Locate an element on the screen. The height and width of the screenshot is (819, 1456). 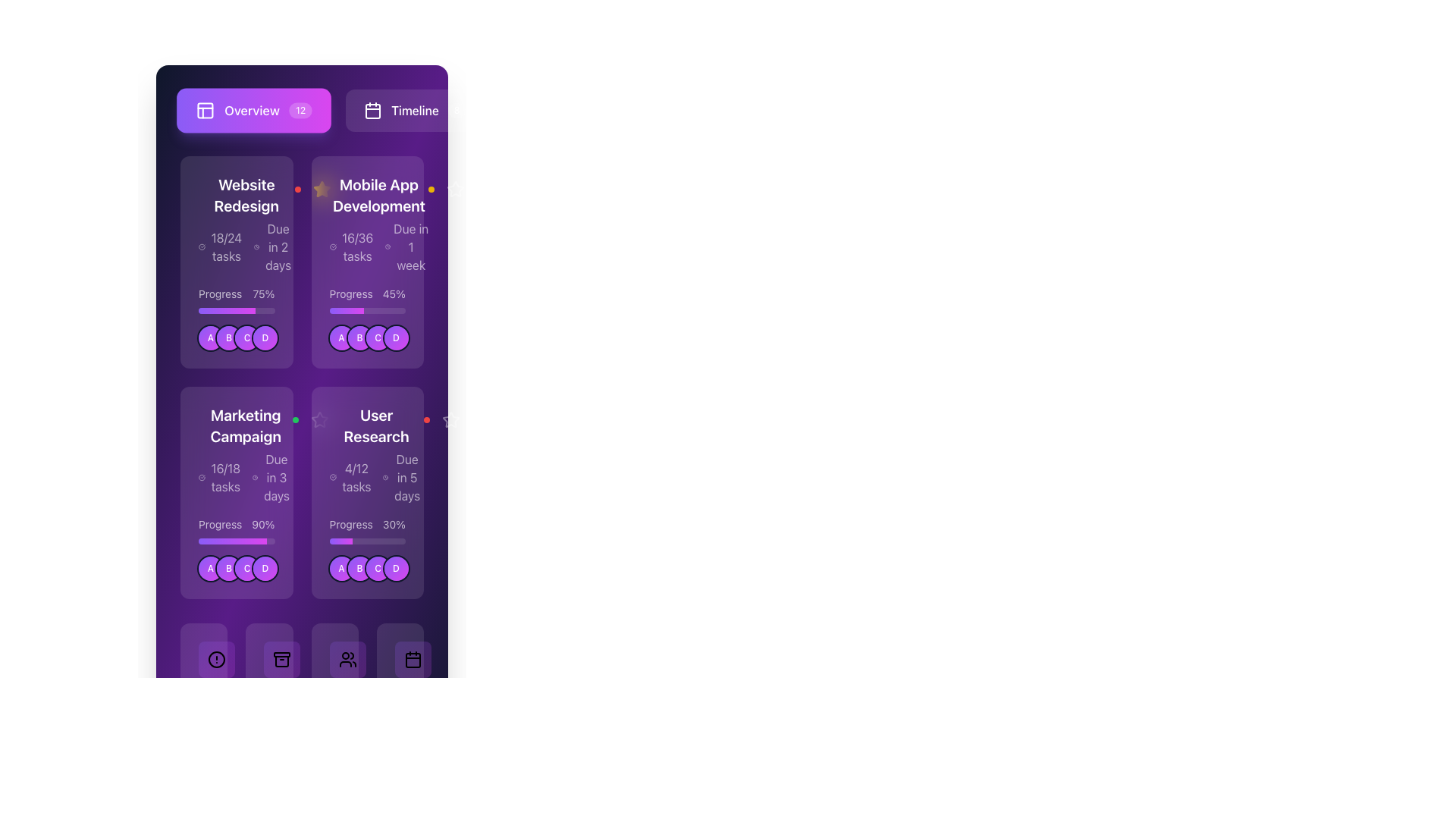
the grouped avatar icons representing members of the 'Marketing Campaign' project located at the bottom of the card adjacent to the progress bar is located at coordinates (237, 568).